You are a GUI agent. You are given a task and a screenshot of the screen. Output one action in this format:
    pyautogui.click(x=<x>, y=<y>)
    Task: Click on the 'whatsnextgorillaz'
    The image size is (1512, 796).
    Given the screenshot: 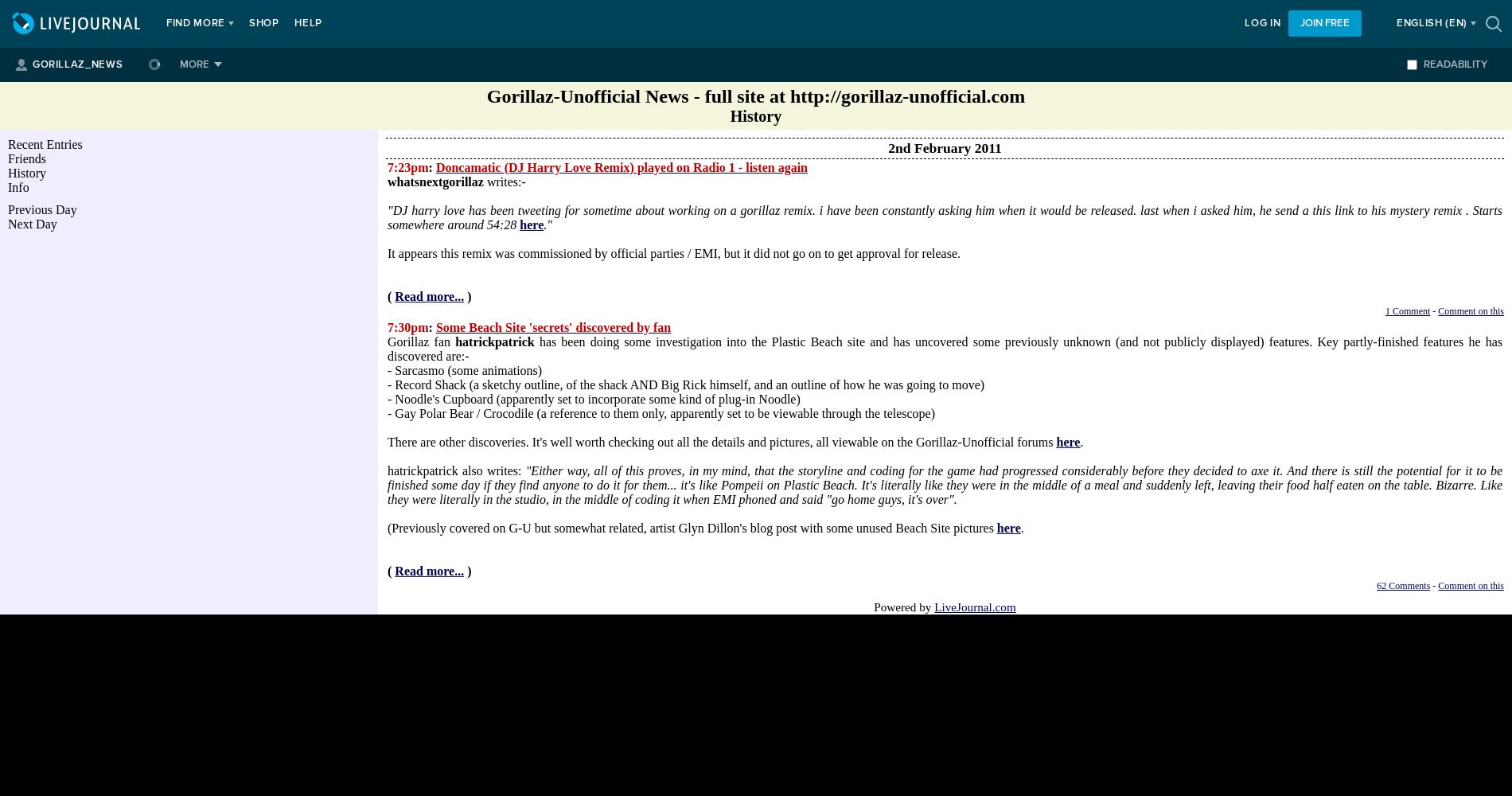 What is the action you would take?
    pyautogui.click(x=387, y=181)
    